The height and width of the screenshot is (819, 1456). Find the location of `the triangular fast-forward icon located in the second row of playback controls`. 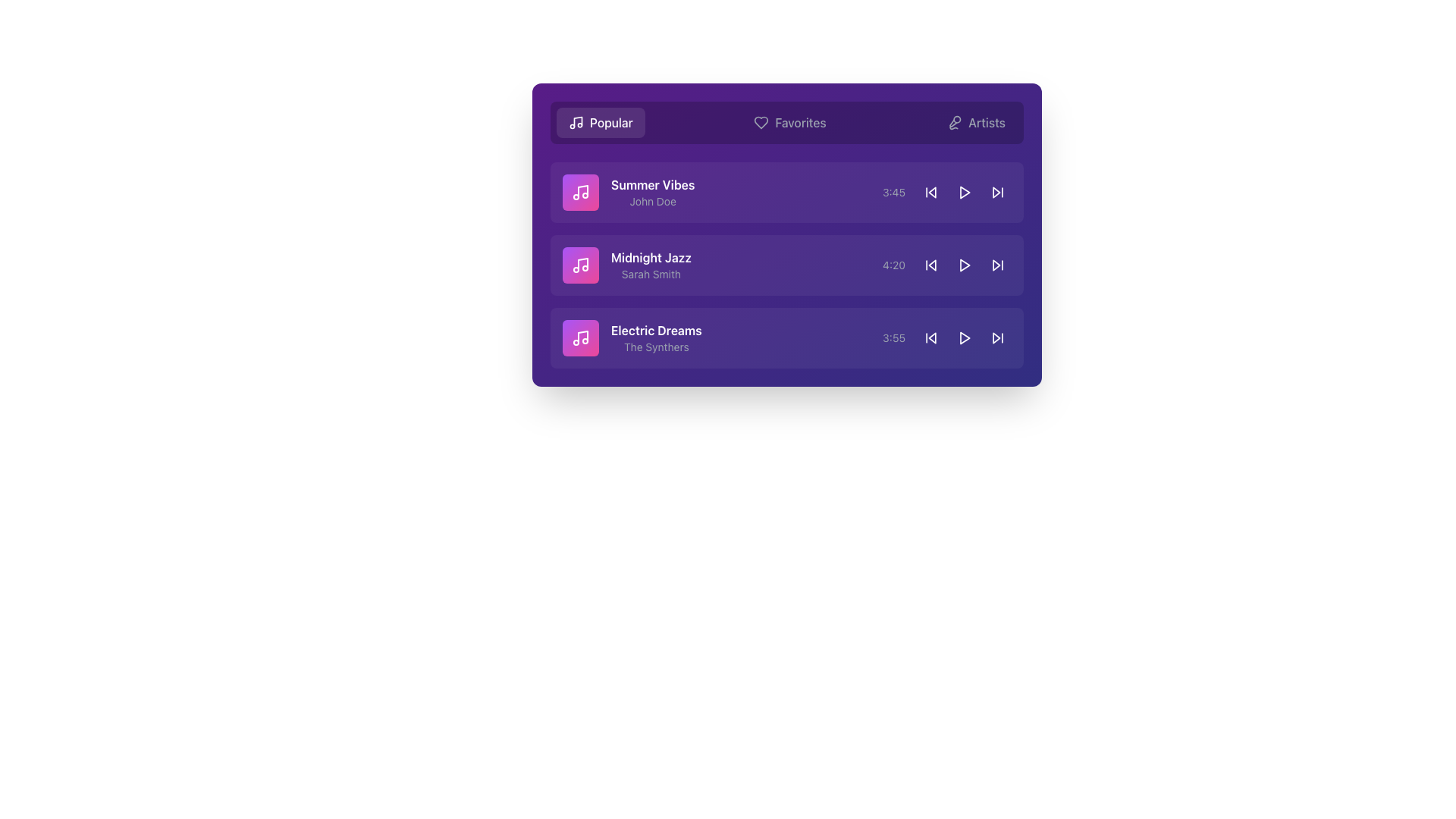

the triangular fast-forward icon located in the second row of playback controls is located at coordinates (996, 265).